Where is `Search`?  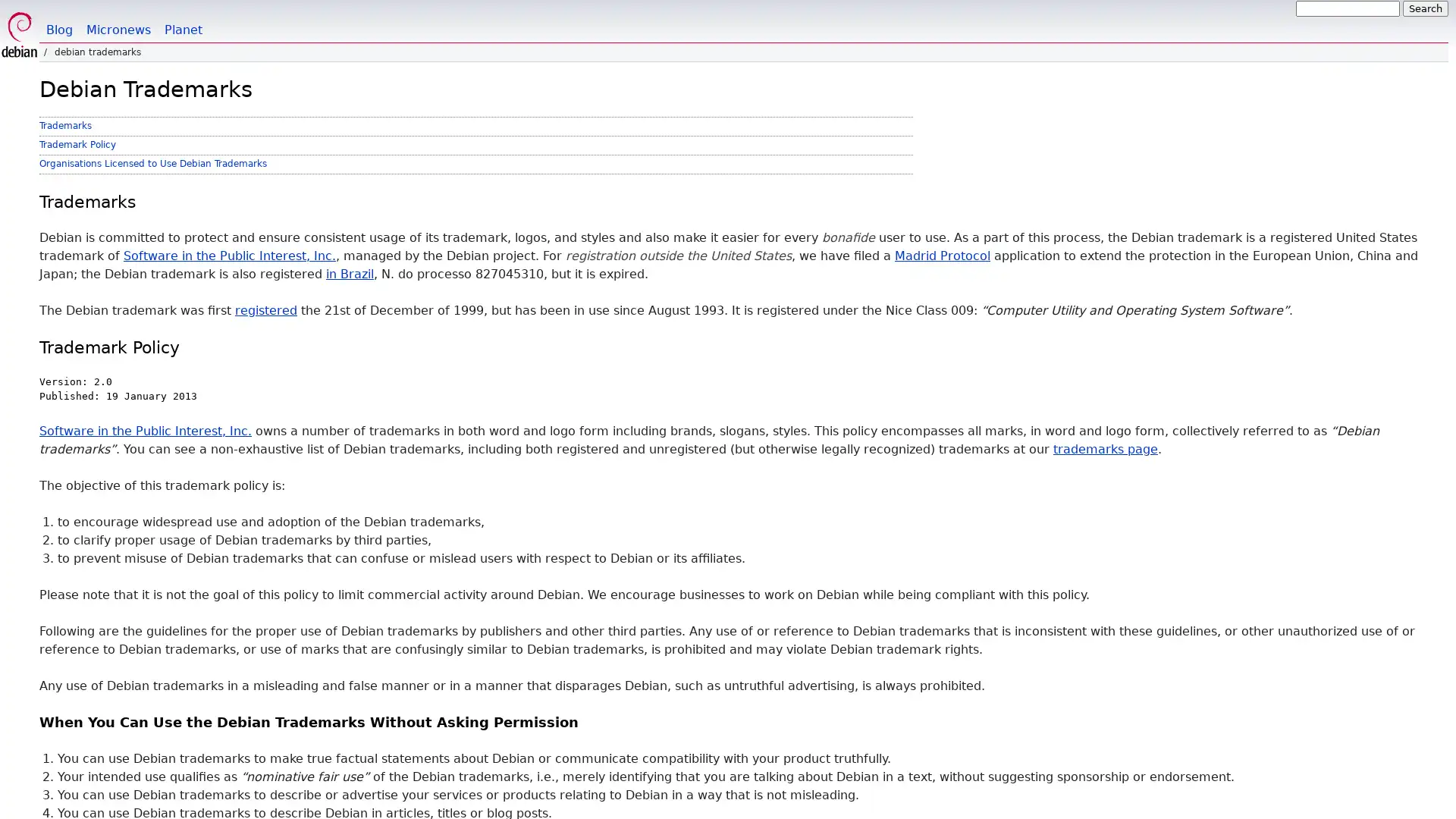 Search is located at coordinates (1425, 8).